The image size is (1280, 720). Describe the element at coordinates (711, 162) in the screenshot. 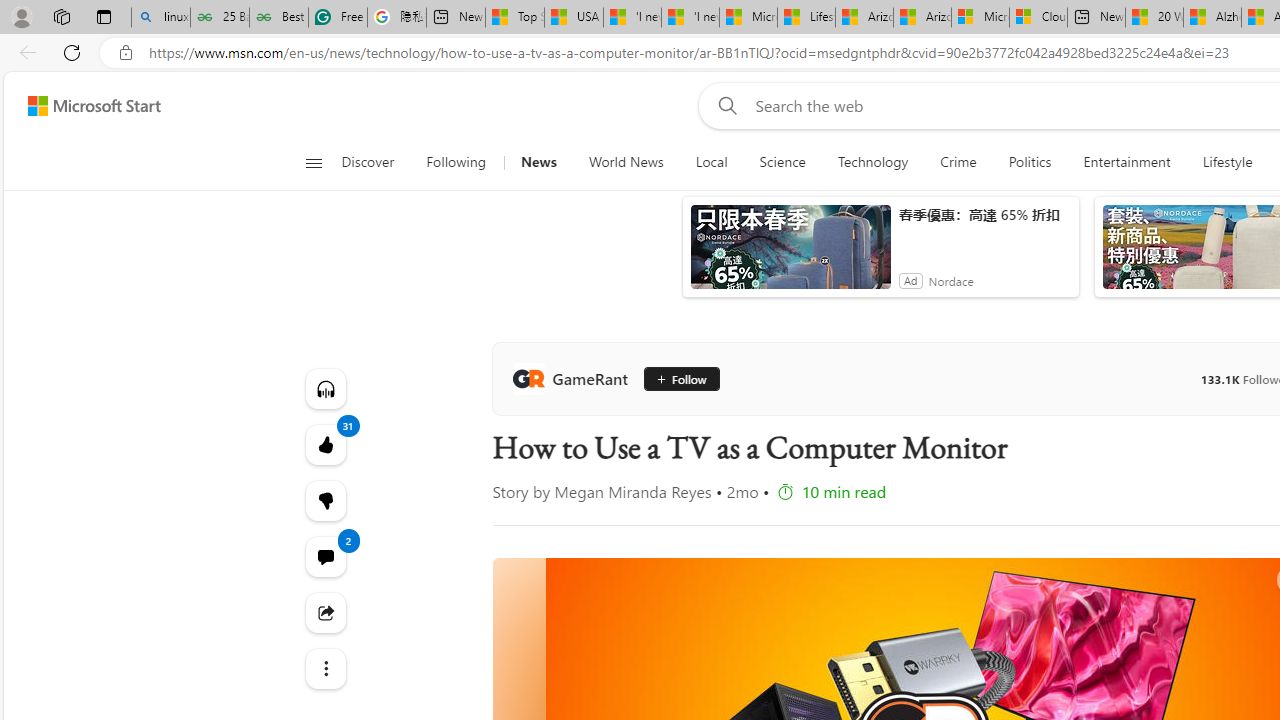

I see `'Local'` at that location.